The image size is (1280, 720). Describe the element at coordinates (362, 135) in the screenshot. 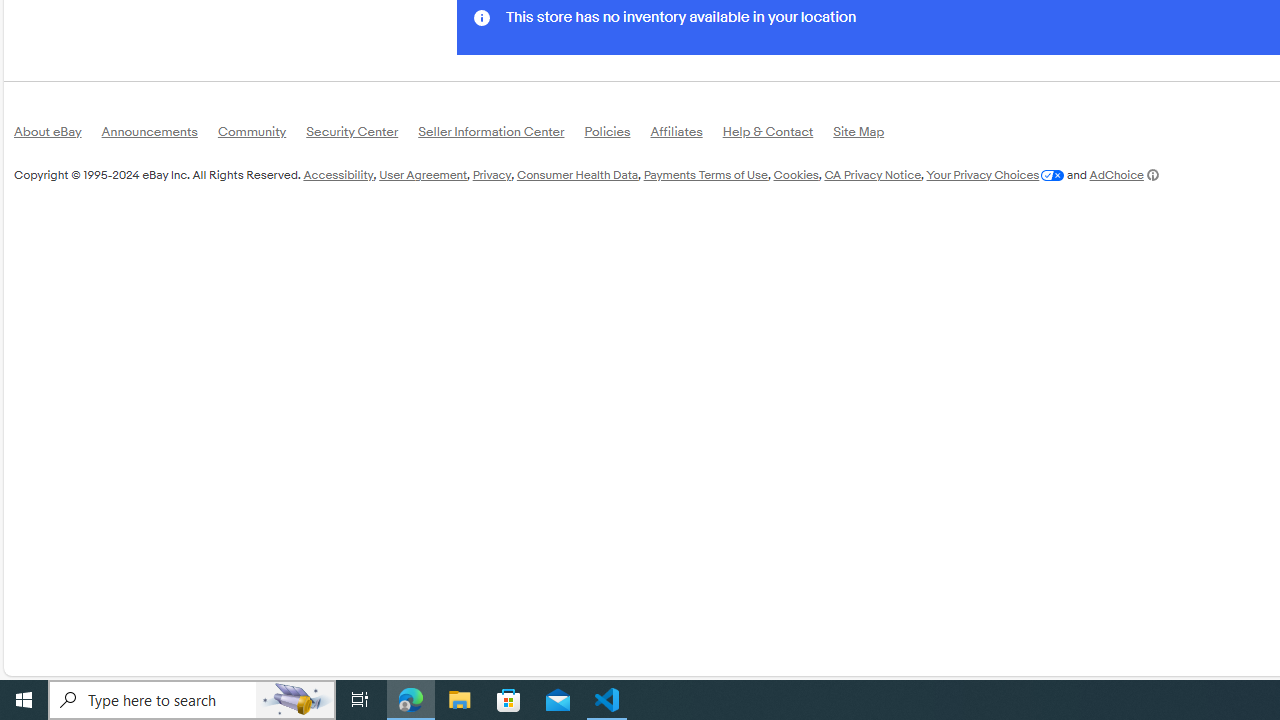

I see `'Security Center'` at that location.